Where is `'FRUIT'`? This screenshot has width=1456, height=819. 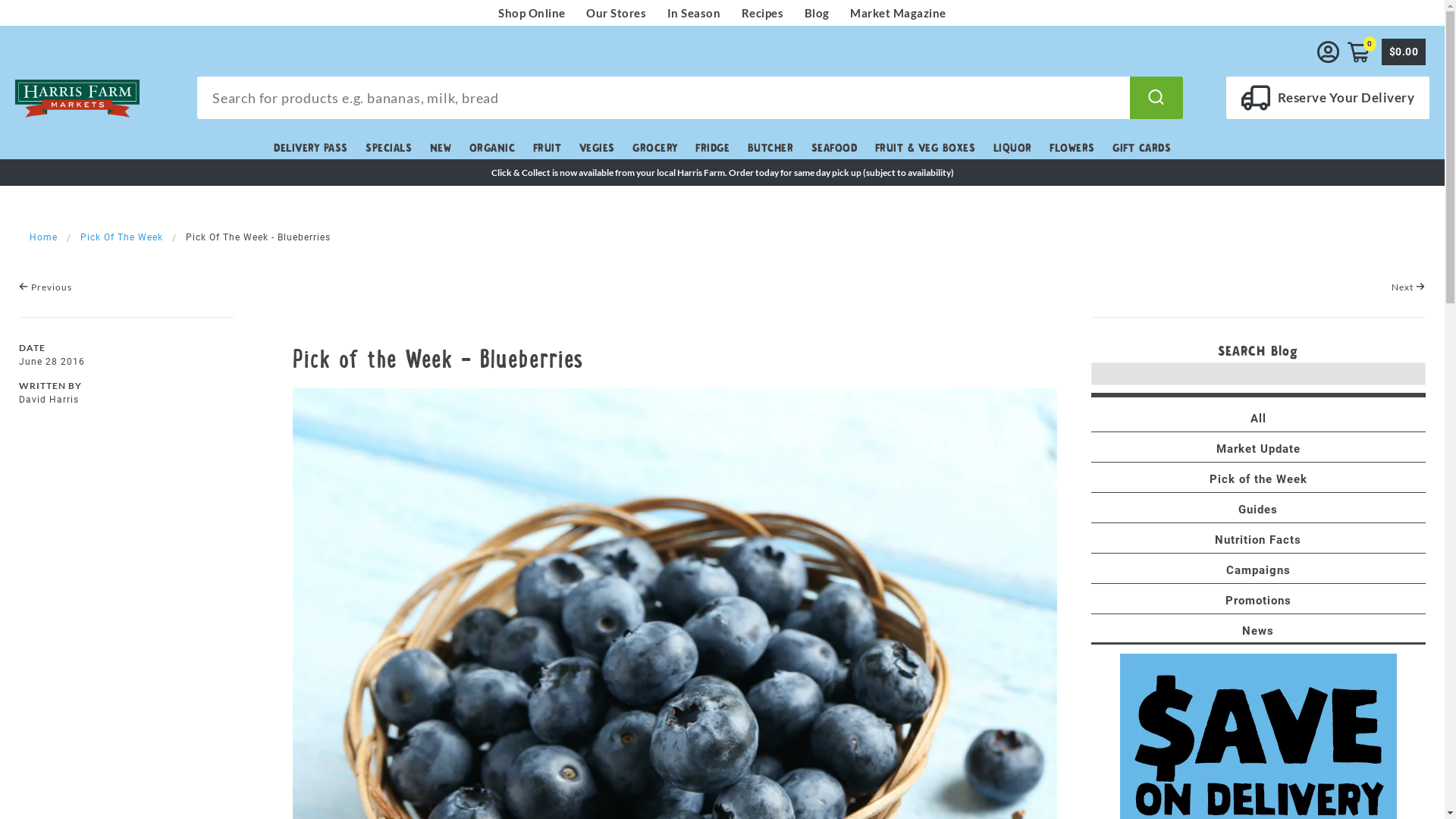 'FRUIT' is located at coordinates (546, 148).